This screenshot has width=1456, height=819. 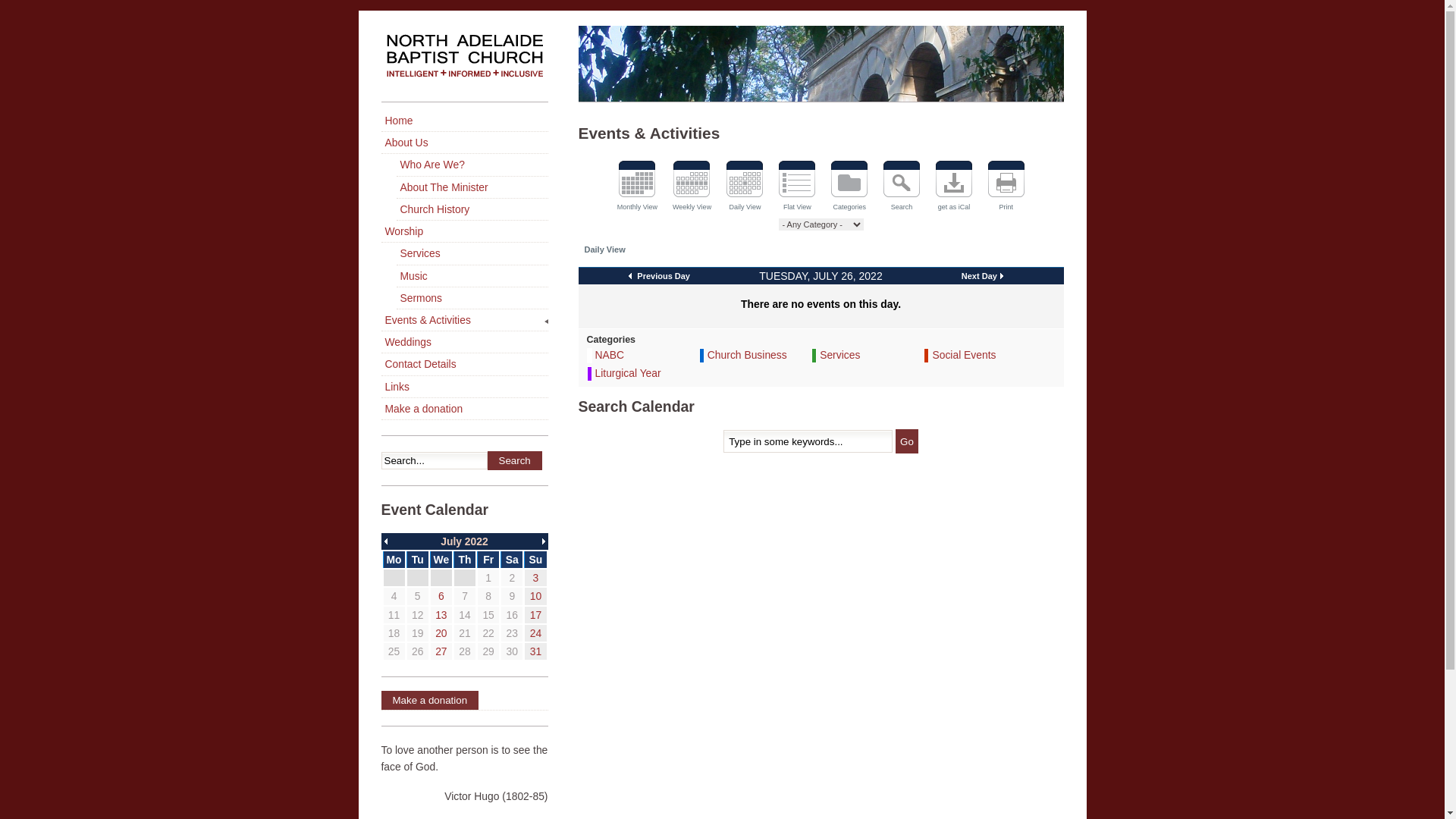 What do you see at coordinates (544, 540) in the screenshot?
I see `'>'` at bounding box center [544, 540].